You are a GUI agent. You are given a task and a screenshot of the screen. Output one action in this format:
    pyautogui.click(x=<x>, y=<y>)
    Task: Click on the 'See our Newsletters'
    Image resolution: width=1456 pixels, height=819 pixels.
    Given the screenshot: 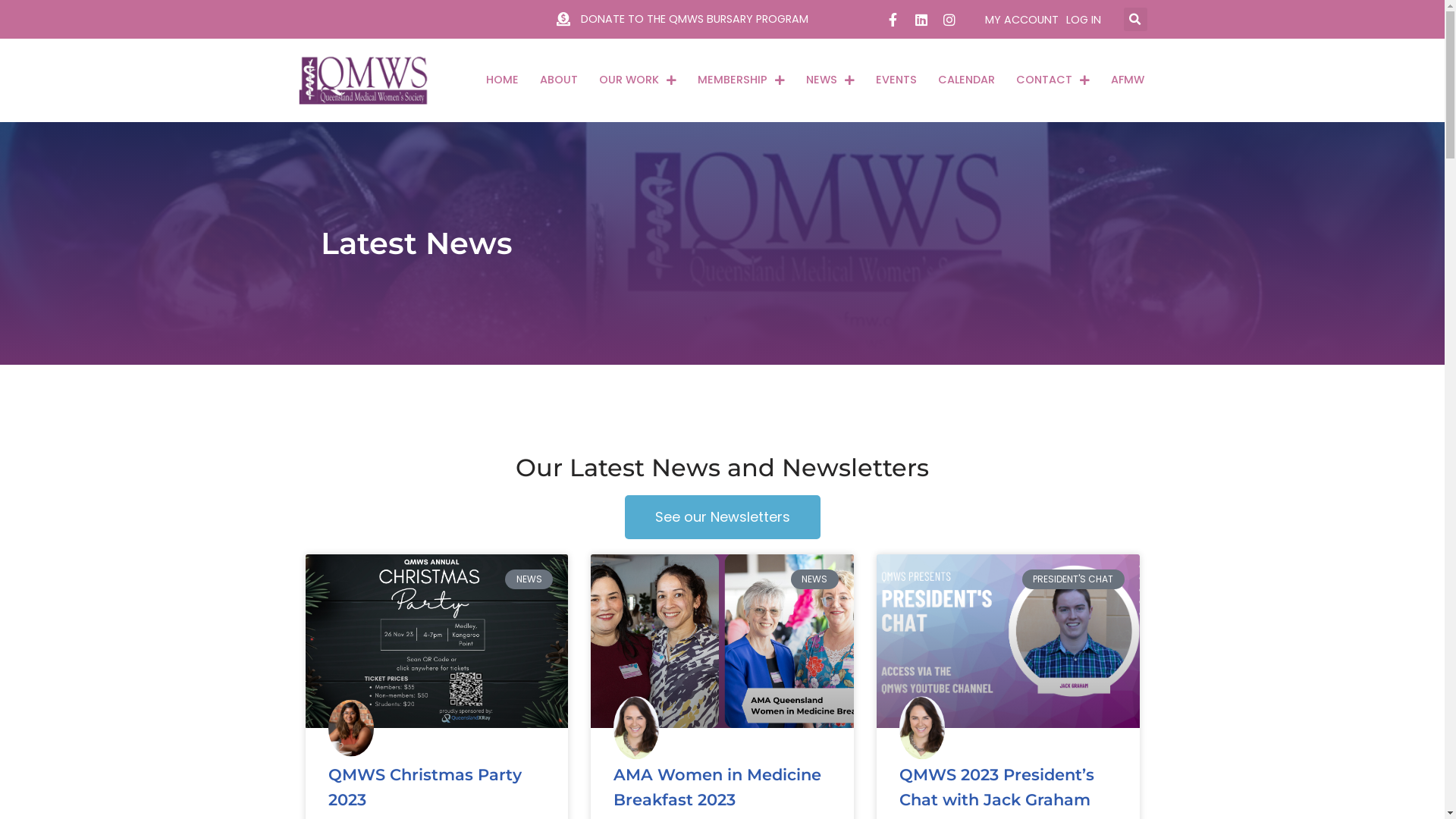 What is the action you would take?
    pyautogui.click(x=722, y=516)
    